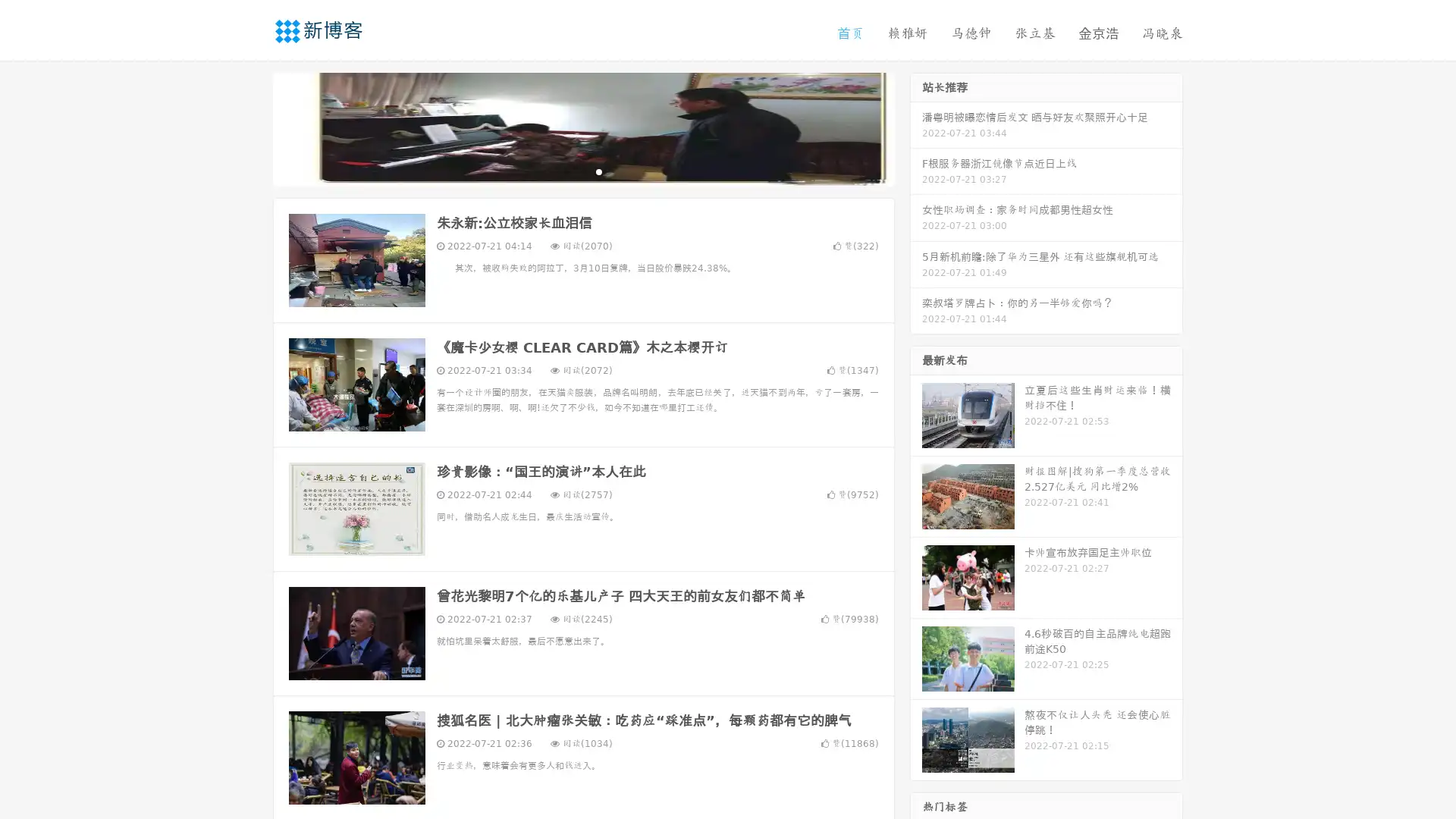  Describe the element at coordinates (567, 171) in the screenshot. I see `Go to slide 1` at that location.